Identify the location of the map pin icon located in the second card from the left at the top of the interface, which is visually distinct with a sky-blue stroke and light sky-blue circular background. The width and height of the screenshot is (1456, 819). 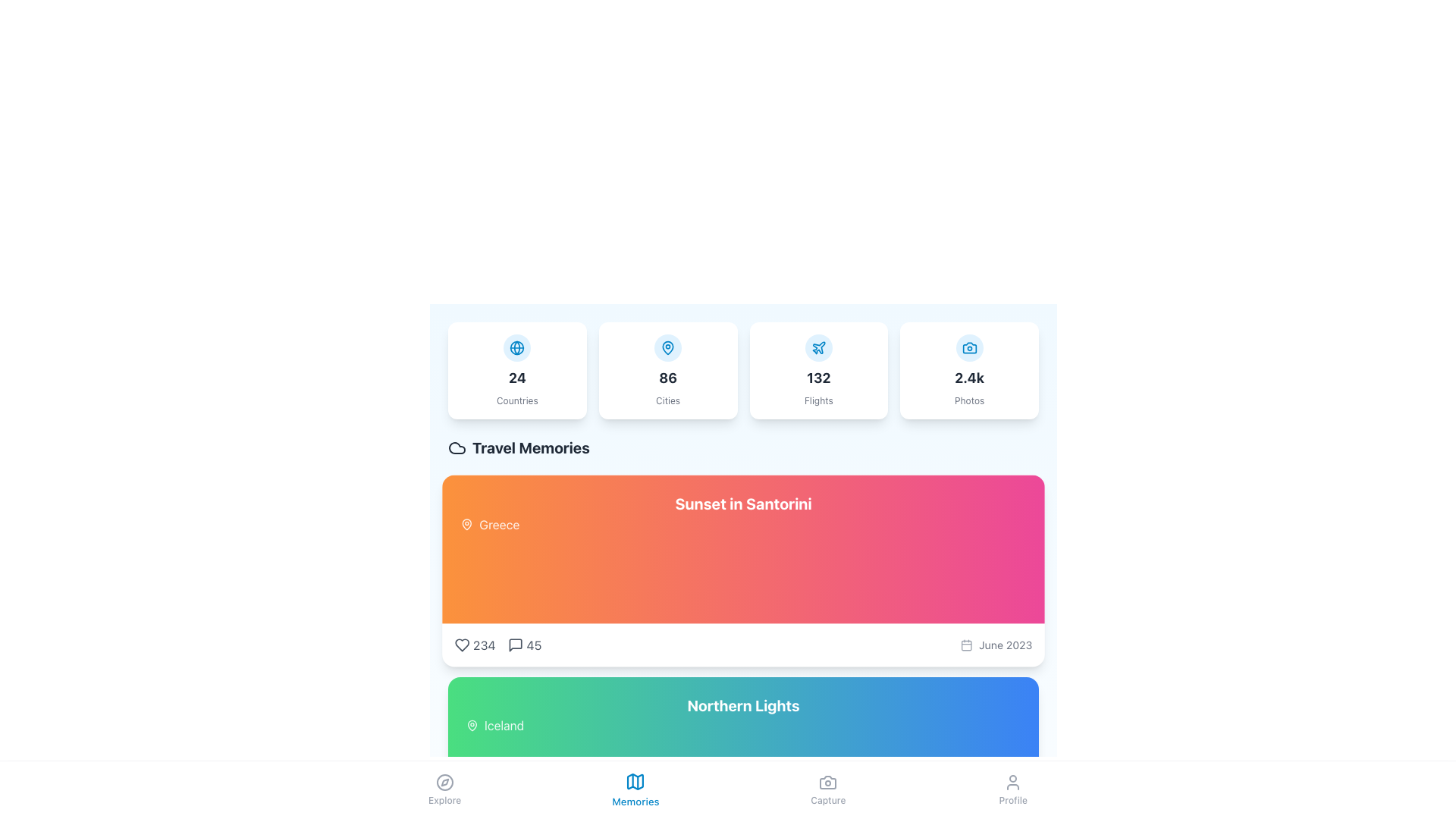
(667, 348).